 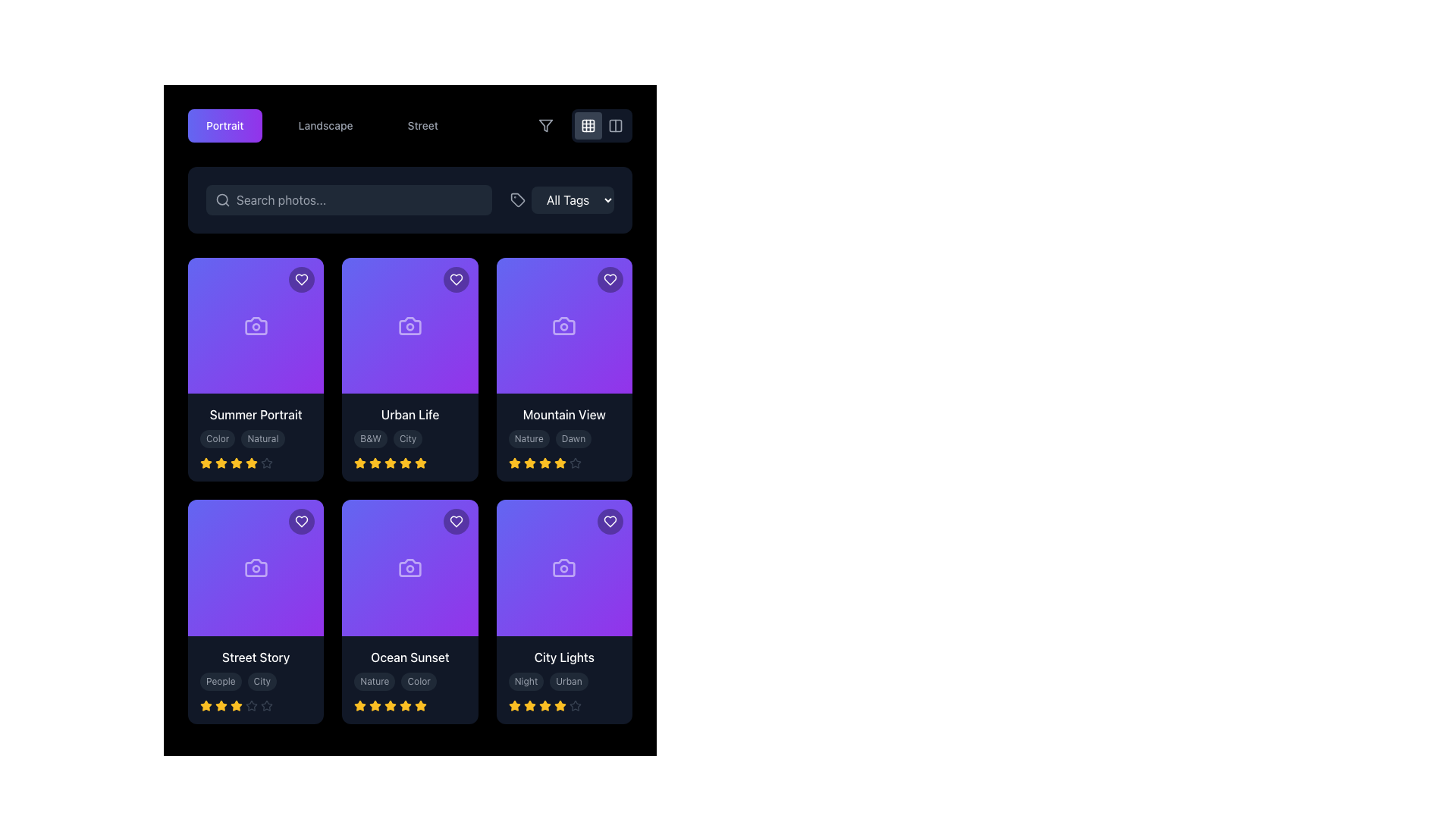 I want to click on the heart icon representing the 'favorite' feature for the 'Ocean Sunset' item, located in the top-right region of the card, so click(x=455, y=521).